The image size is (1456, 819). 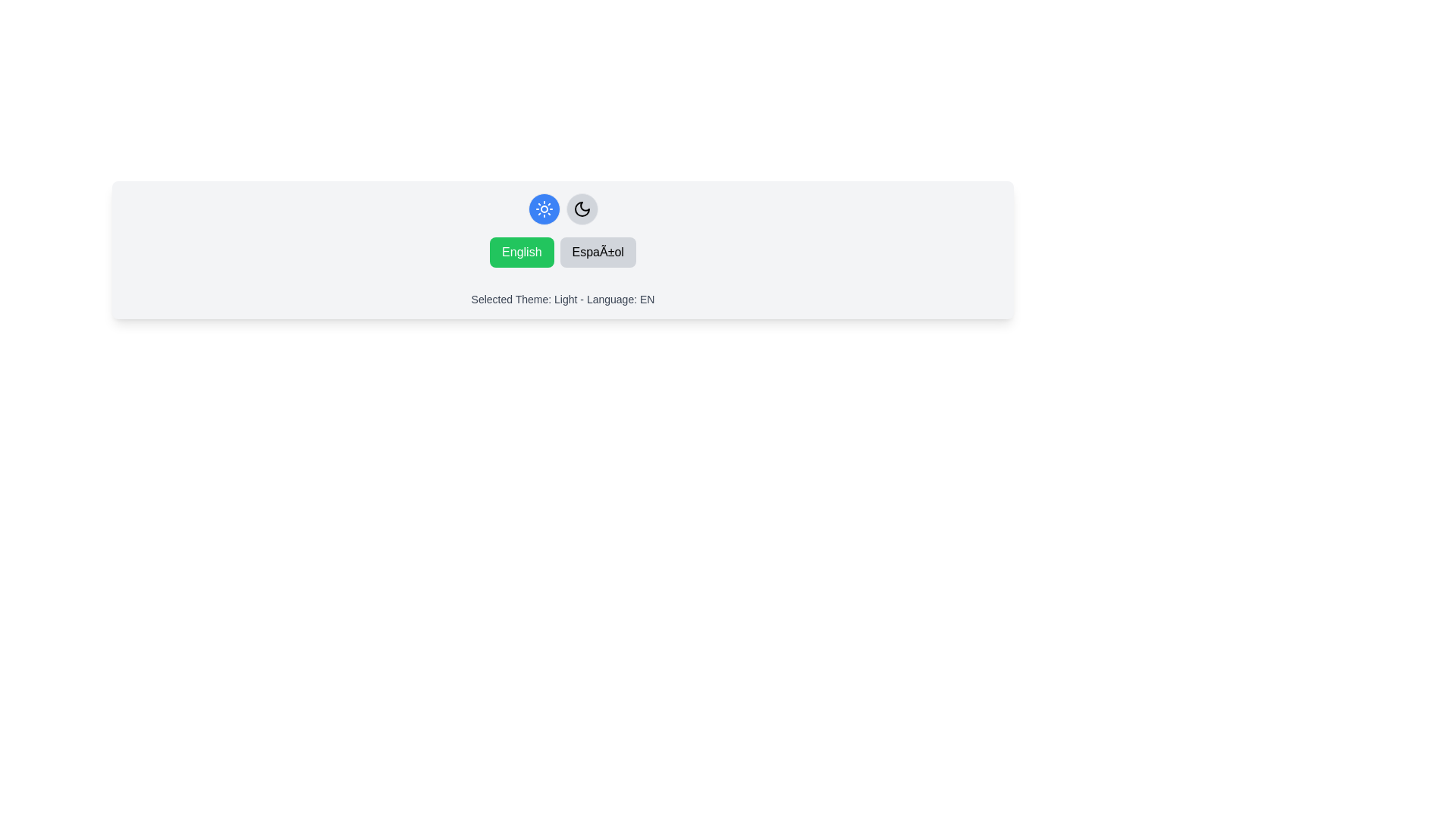 I want to click on the crescent-shaped moon icon located to the right of the sun-like icon at the top-center of the interface, so click(x=581, y=209).